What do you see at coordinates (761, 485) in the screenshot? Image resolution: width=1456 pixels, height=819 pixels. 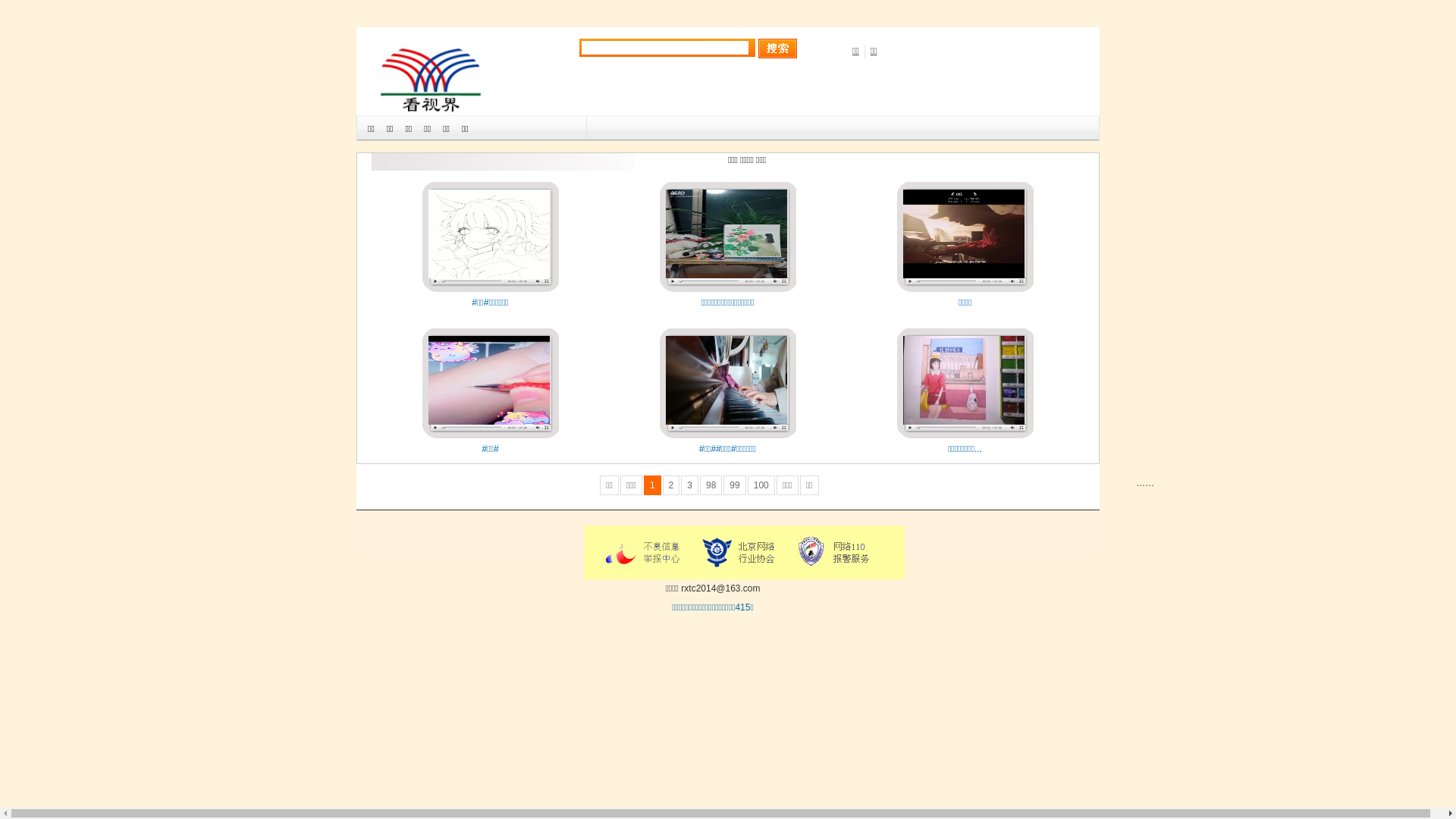 I see `'100'` at bounding box center [761, 485].